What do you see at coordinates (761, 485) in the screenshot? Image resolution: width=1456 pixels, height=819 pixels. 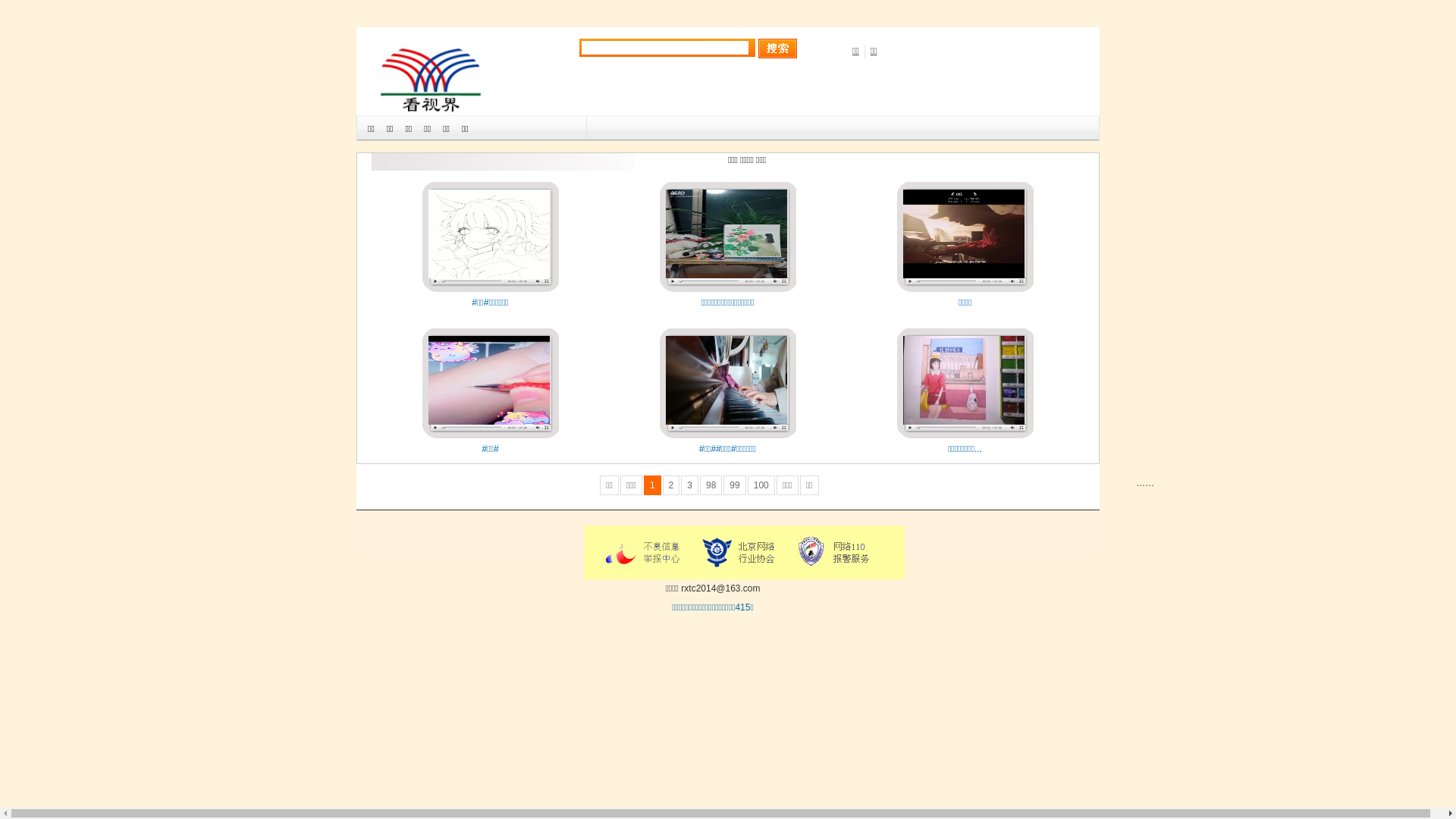 I see `'100'` at bounding box center [761, 485].